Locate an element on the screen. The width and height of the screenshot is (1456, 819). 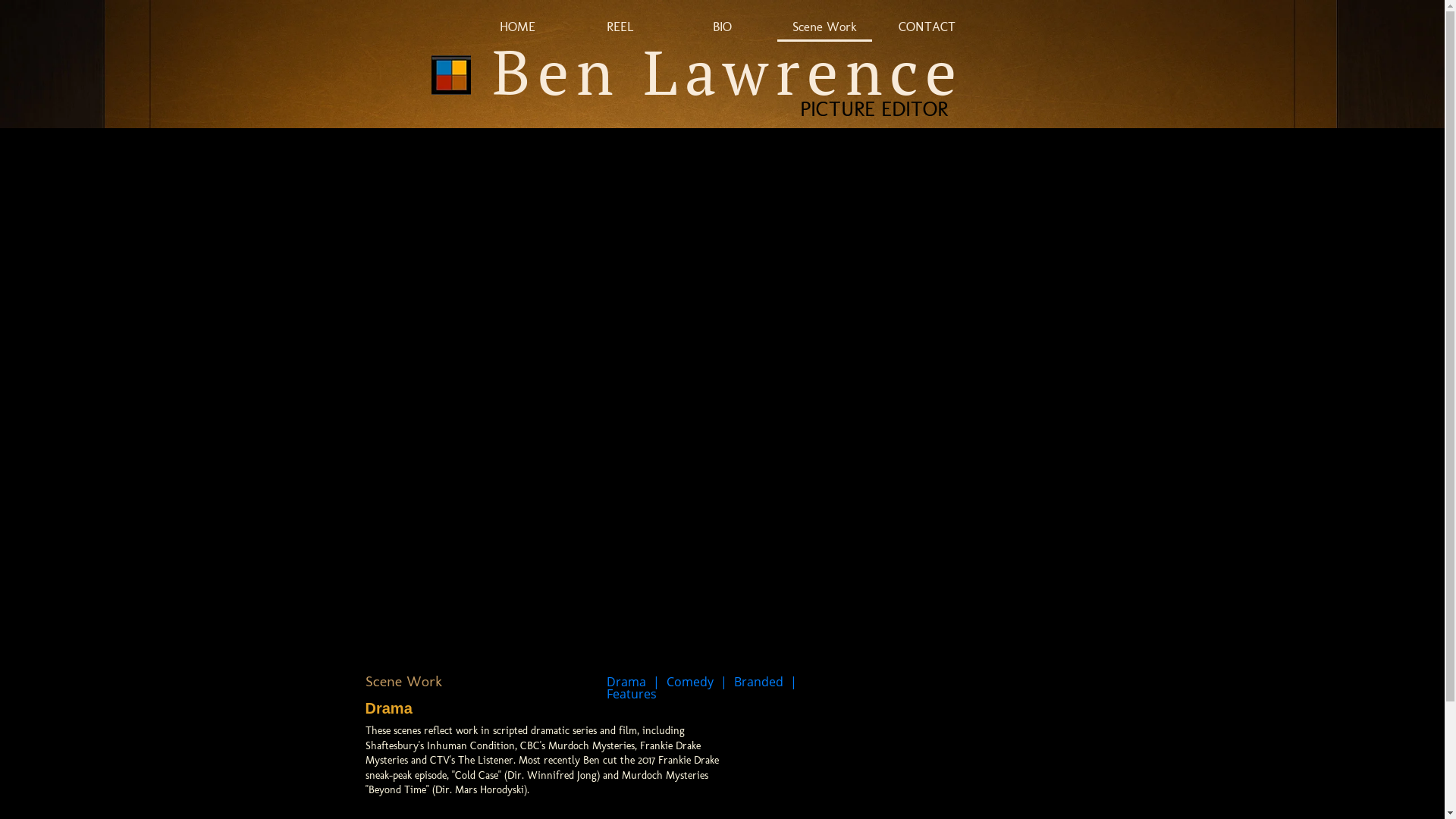
'Features' is located at coordinates (607, 693).